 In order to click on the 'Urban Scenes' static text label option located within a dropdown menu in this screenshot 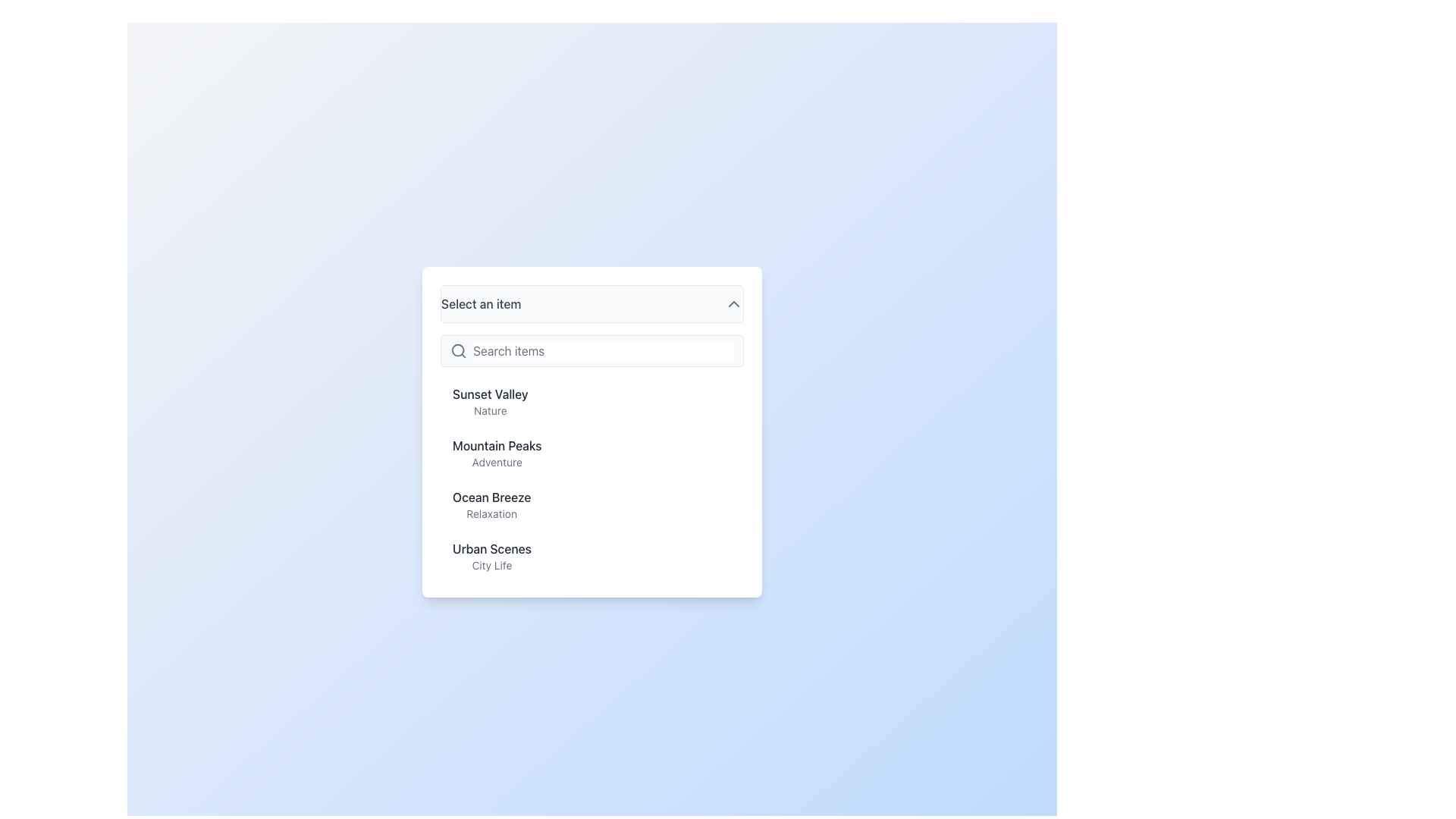, I will do `click(491, 556)`.